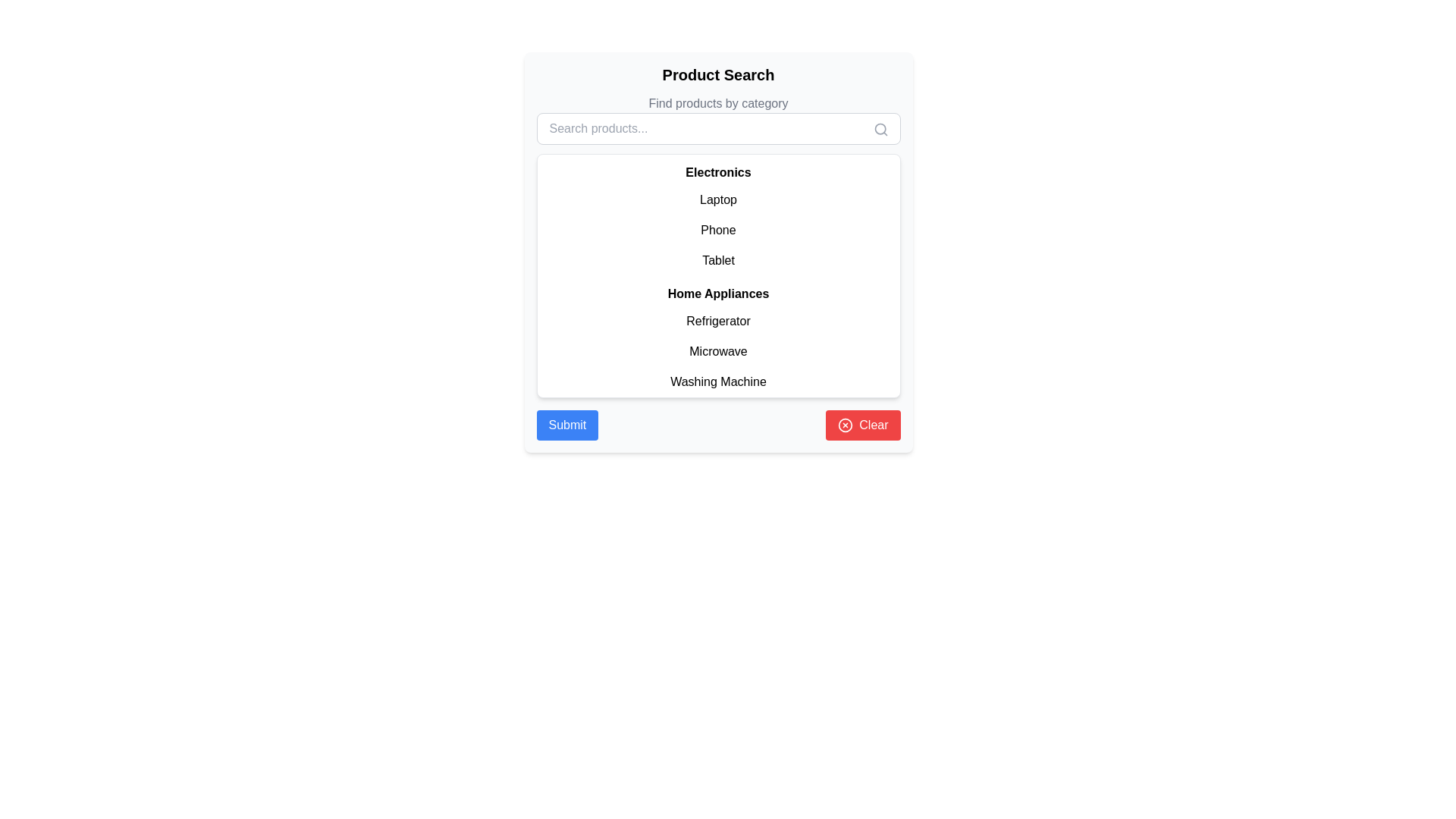 Image resolution: width=1456 pixels, height=819 pixels. What do you see at coordinates (717, 199) in the screenshot?
I see `the 'Laptop' item in the category selection list under the 'Electronics' heading` at bounding box center [717, 199].